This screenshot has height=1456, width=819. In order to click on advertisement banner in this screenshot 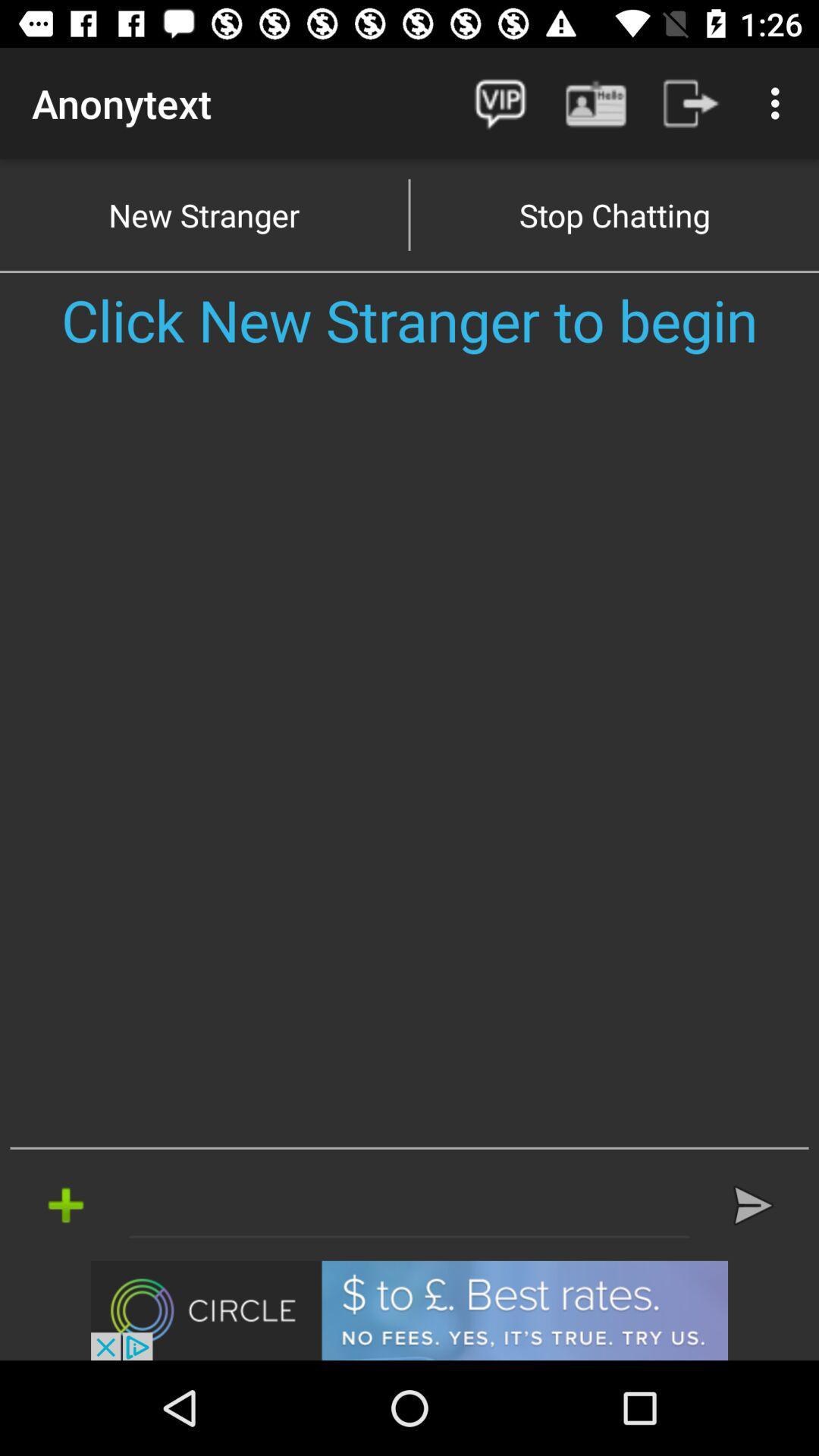, I will do `click(409, 1310)`.